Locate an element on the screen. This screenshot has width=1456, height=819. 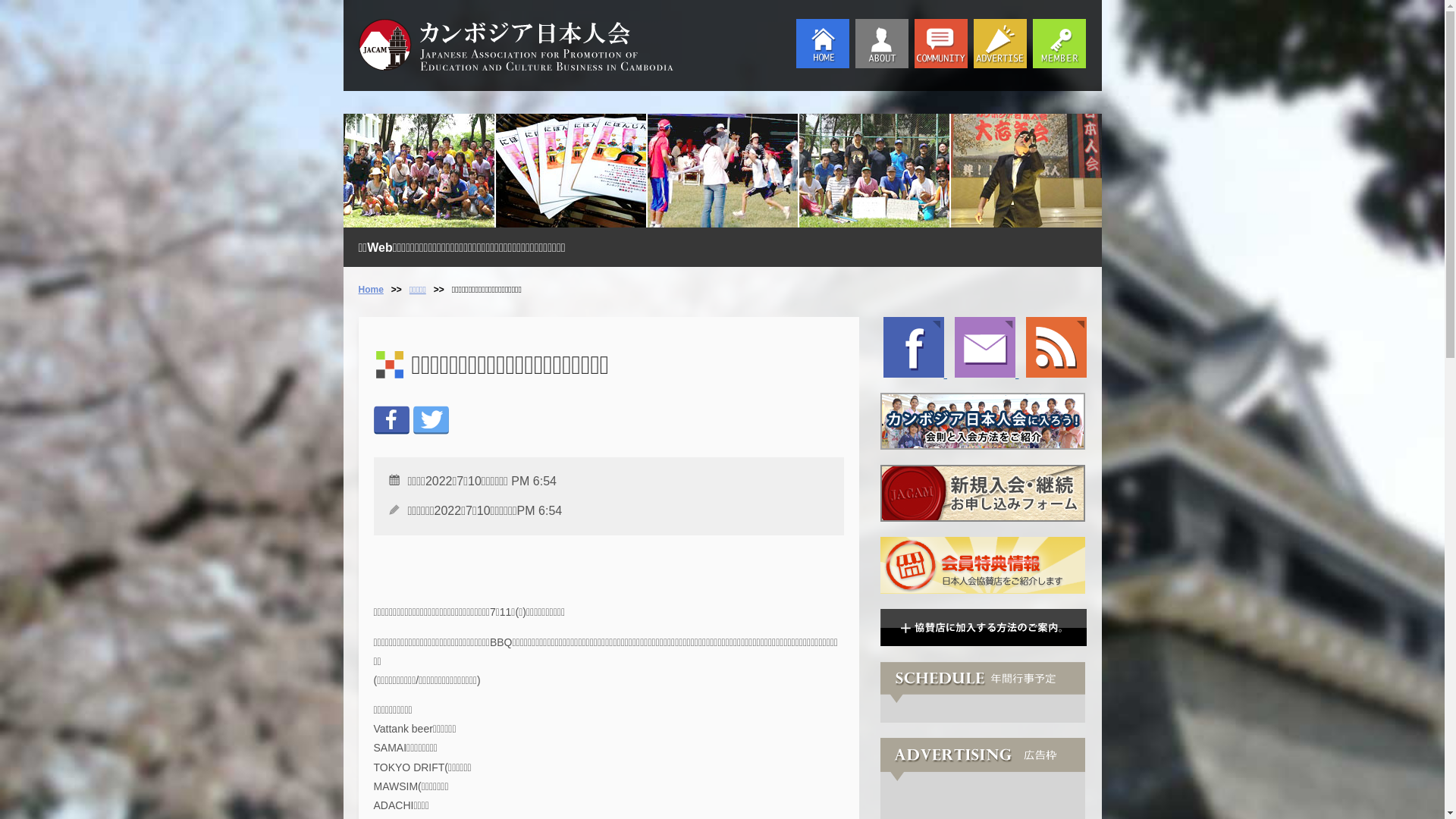
'Home' is located at coordinates (370, 289).